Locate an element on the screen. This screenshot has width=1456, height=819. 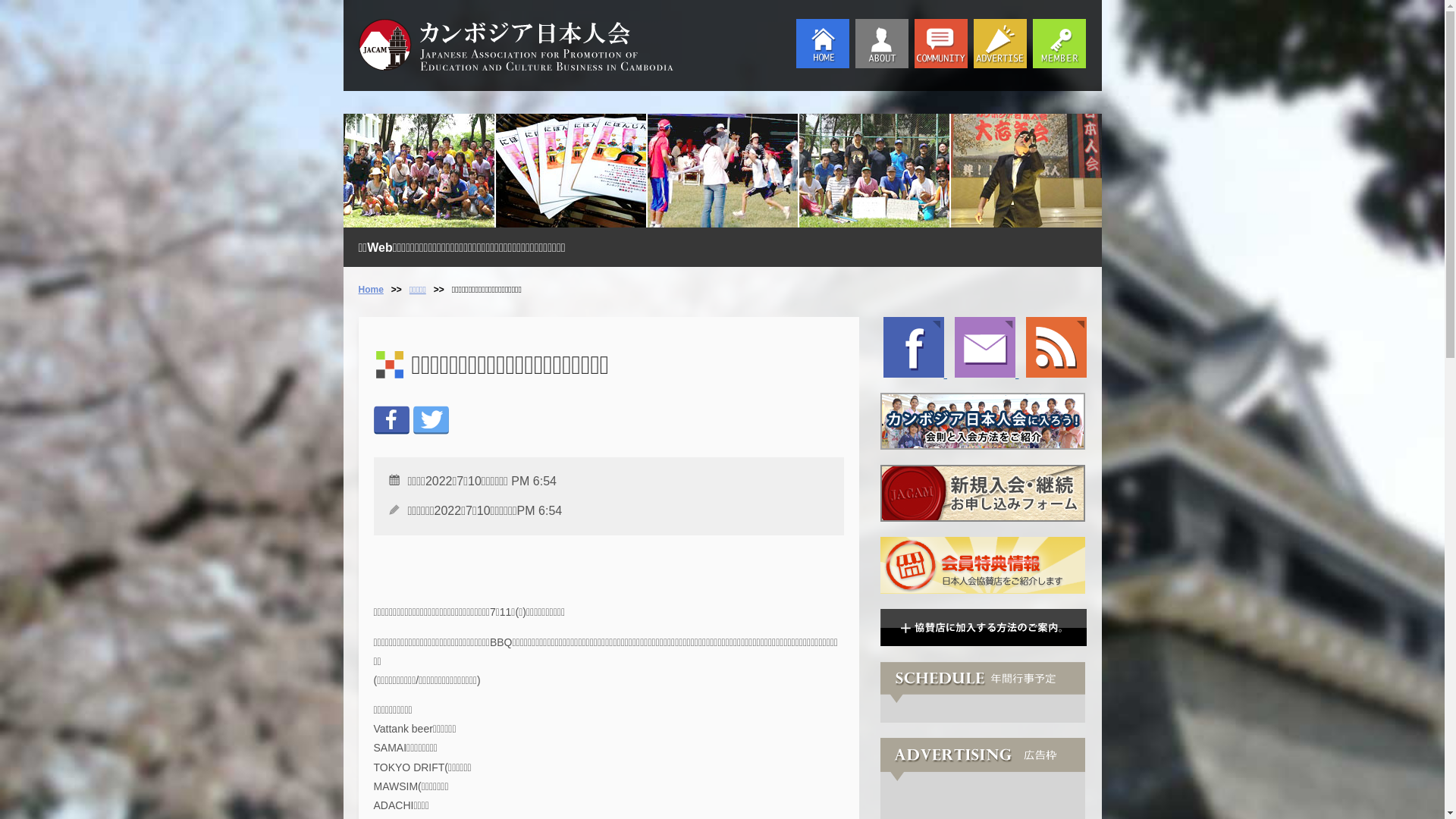
'Home' is located at coordinates (370, 289).